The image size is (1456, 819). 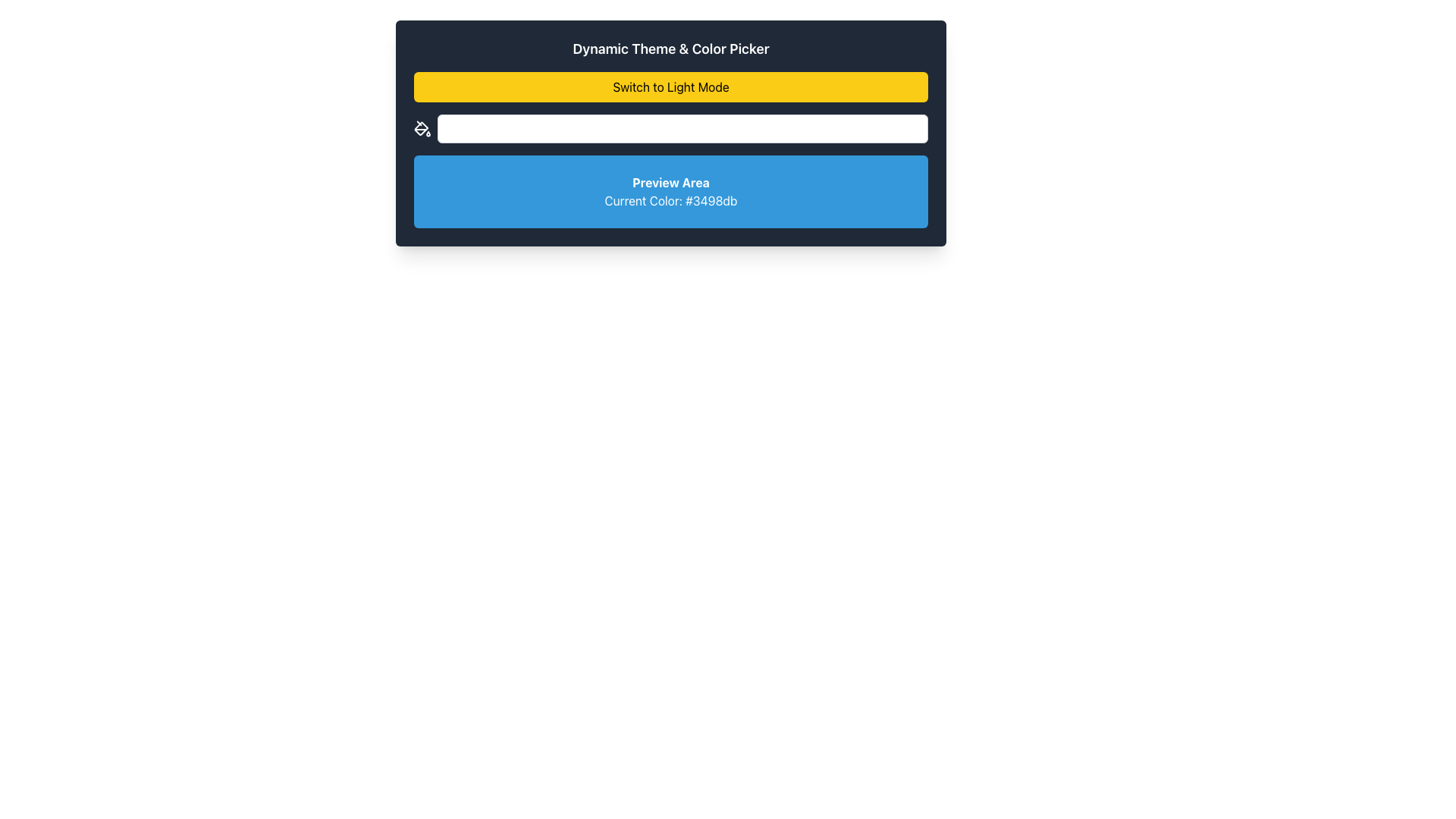 I want to click on the 'Switch to Light Mode' button, which is a rectangular button with rounded corners, yellow background, and black text, to switch the theme, so click(x=670, y=87).